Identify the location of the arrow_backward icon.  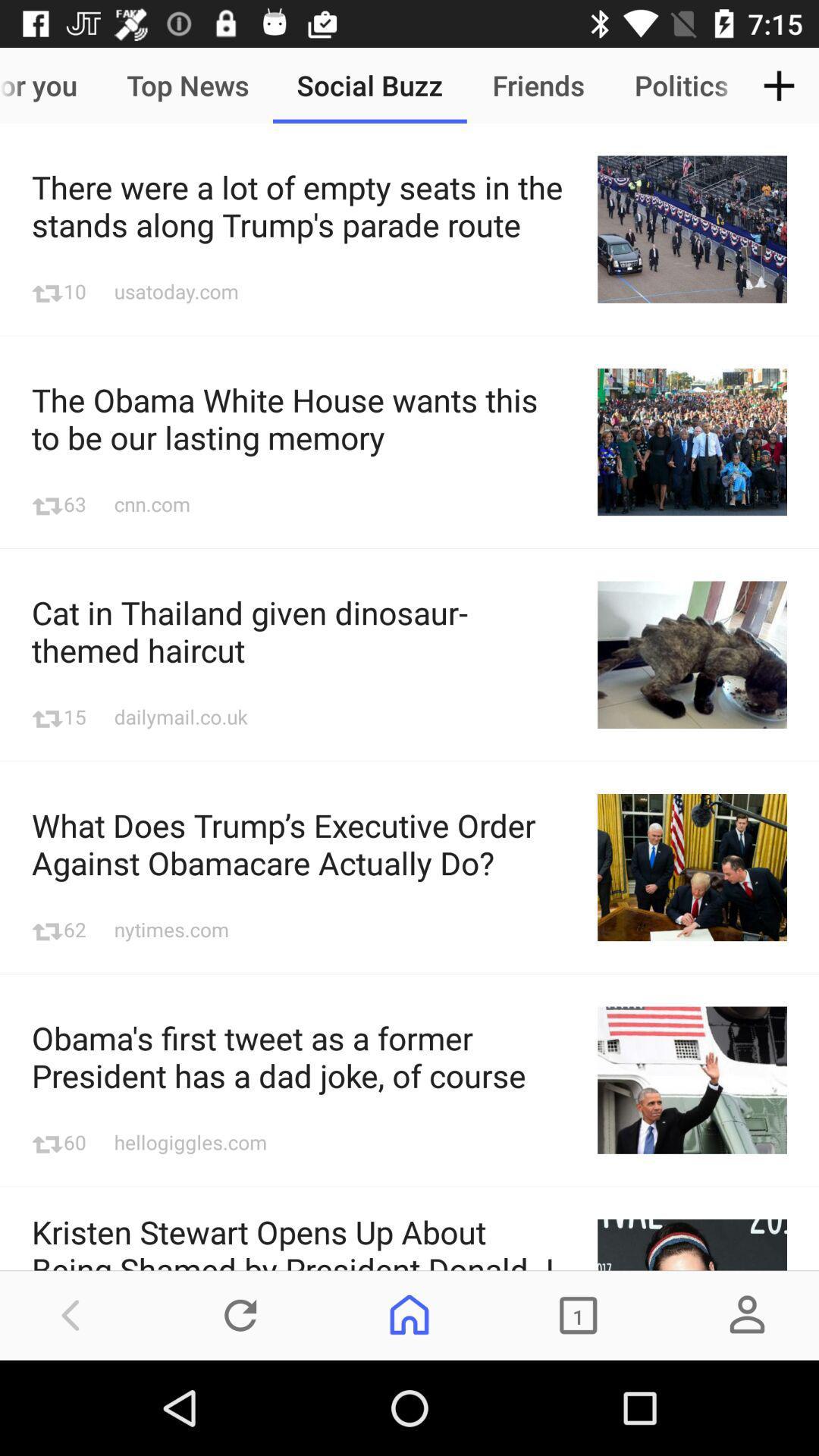
(71, 1314).